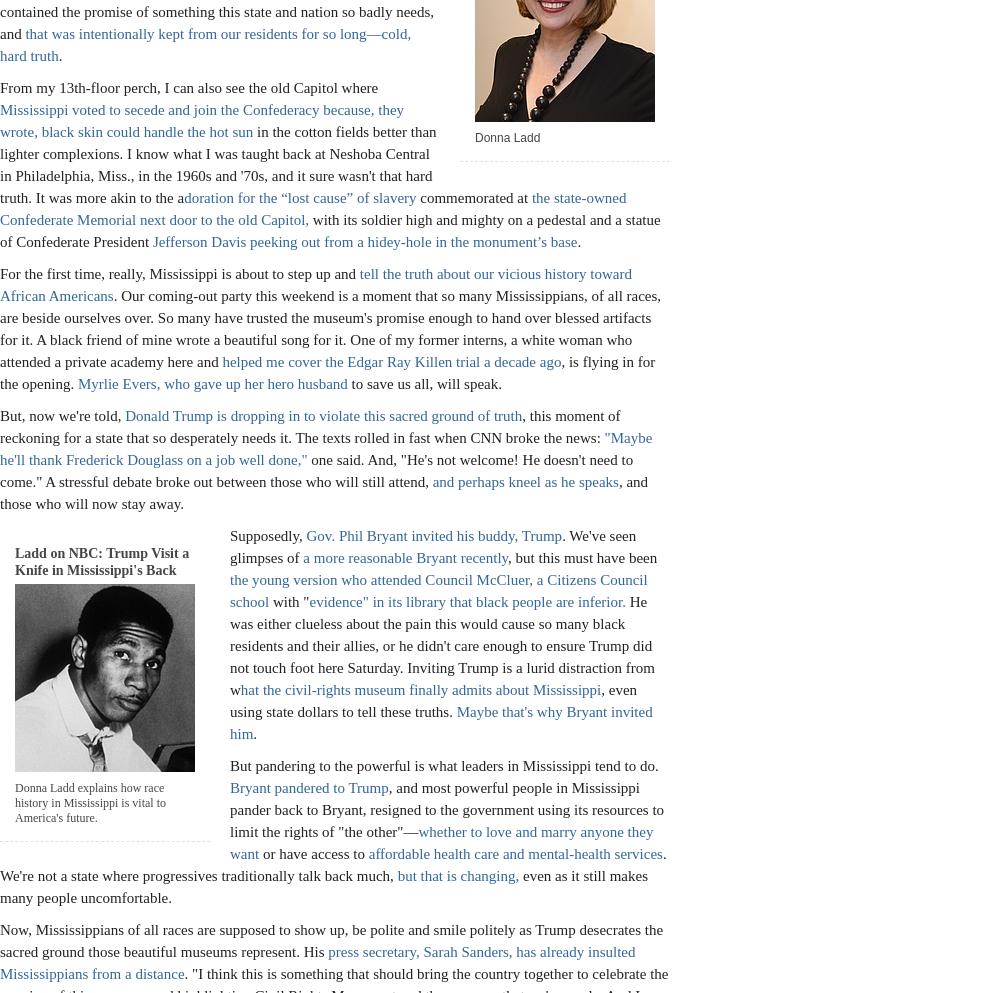 The image size is (1000, 993). Describe the element at coordinates (62, 413) in the screenshot. I see `'But, now we're told,'` at that location.